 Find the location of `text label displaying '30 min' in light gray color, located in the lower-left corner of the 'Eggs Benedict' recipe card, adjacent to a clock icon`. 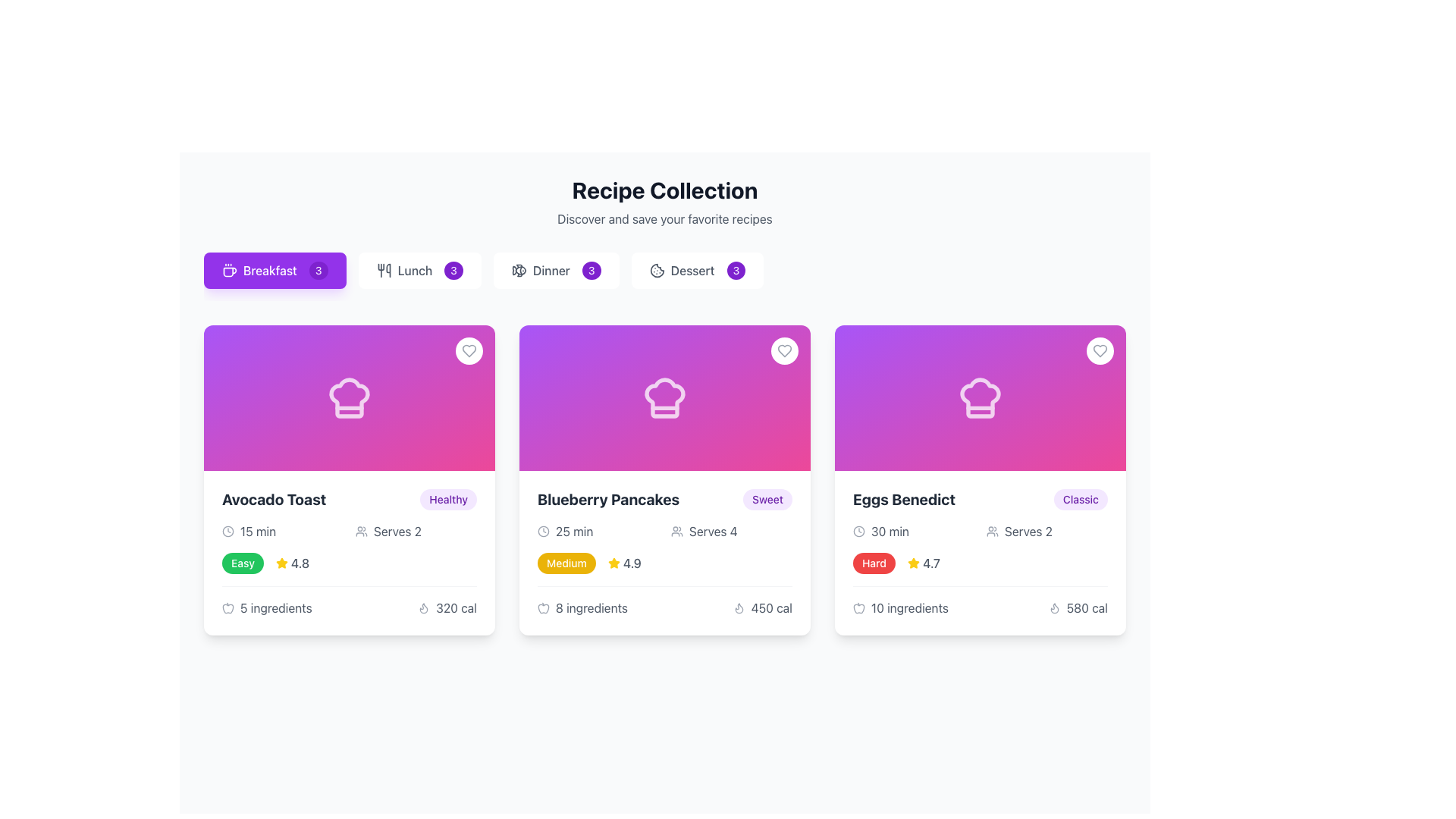

text label displaying '30 min' in light gray color, located in the lower-left corner of the 'Eggs Benedict' recipe card, adjacent to a clock icon is located at coordinates (890, 531).